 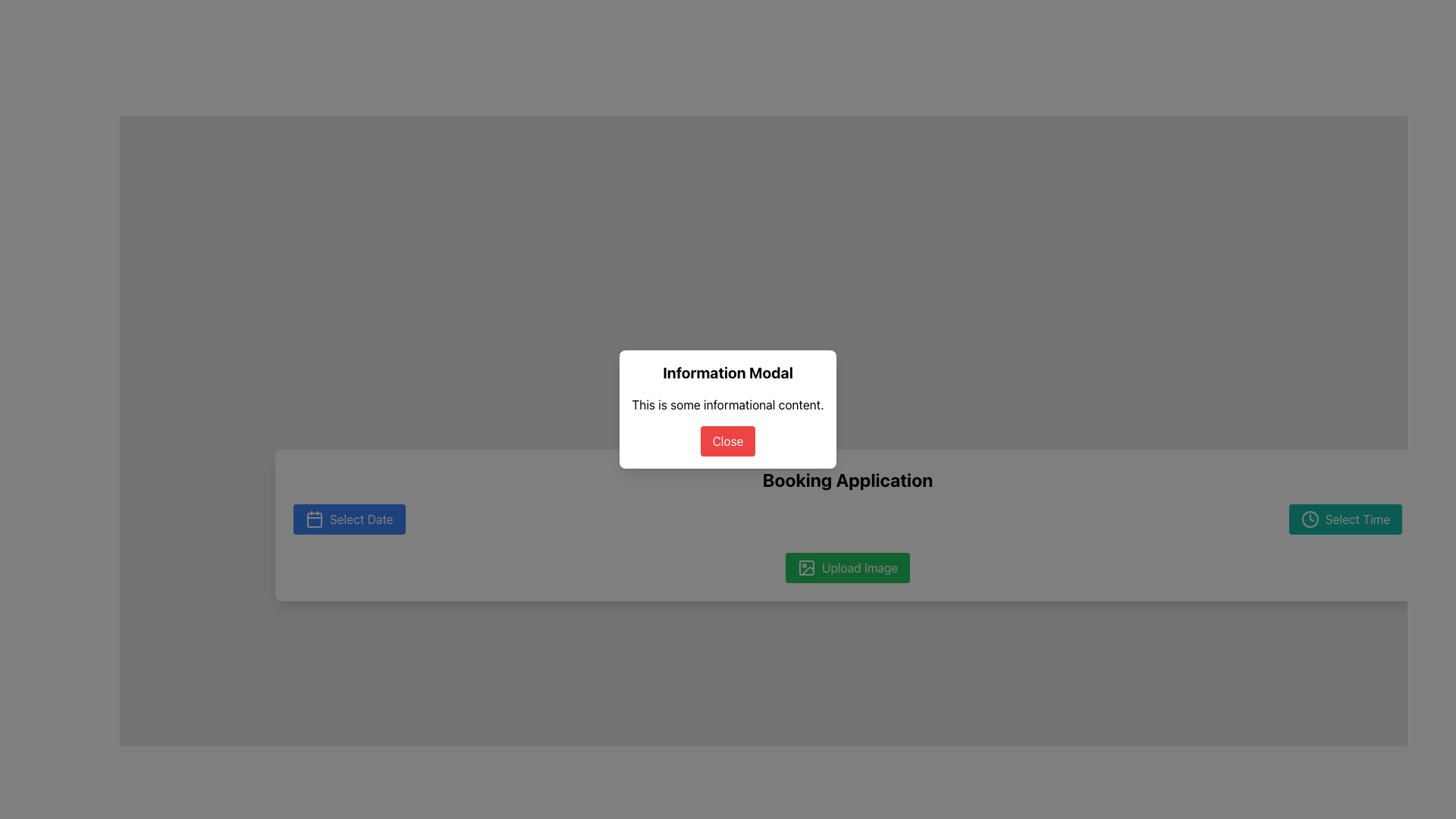 I want to click on the 'Select Date' button with a blue background and white text to trigger the color change effect, so click(x=348, y=519).